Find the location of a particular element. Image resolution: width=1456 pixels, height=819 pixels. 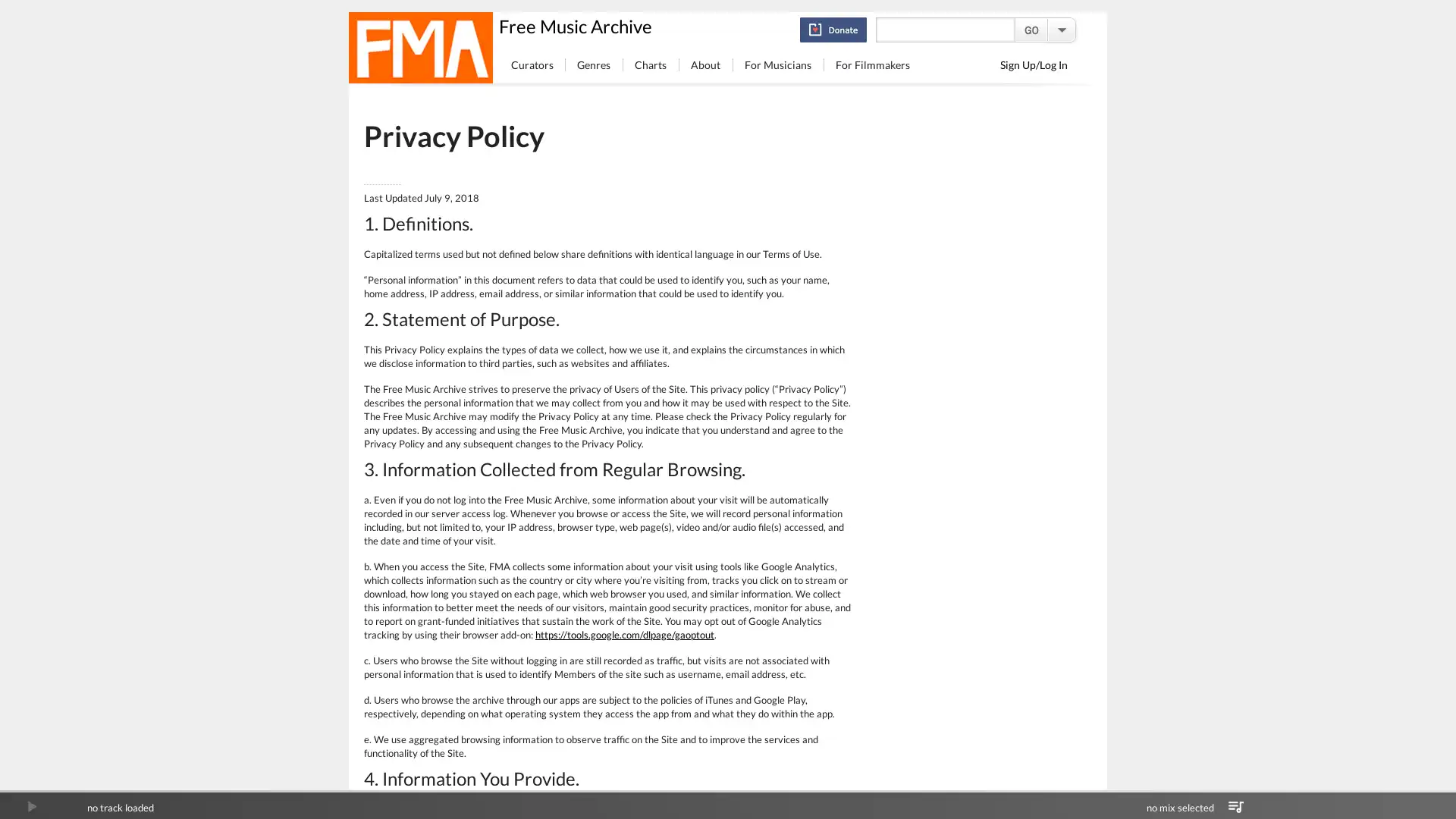

select mix is located at coordinates (1235, 806).